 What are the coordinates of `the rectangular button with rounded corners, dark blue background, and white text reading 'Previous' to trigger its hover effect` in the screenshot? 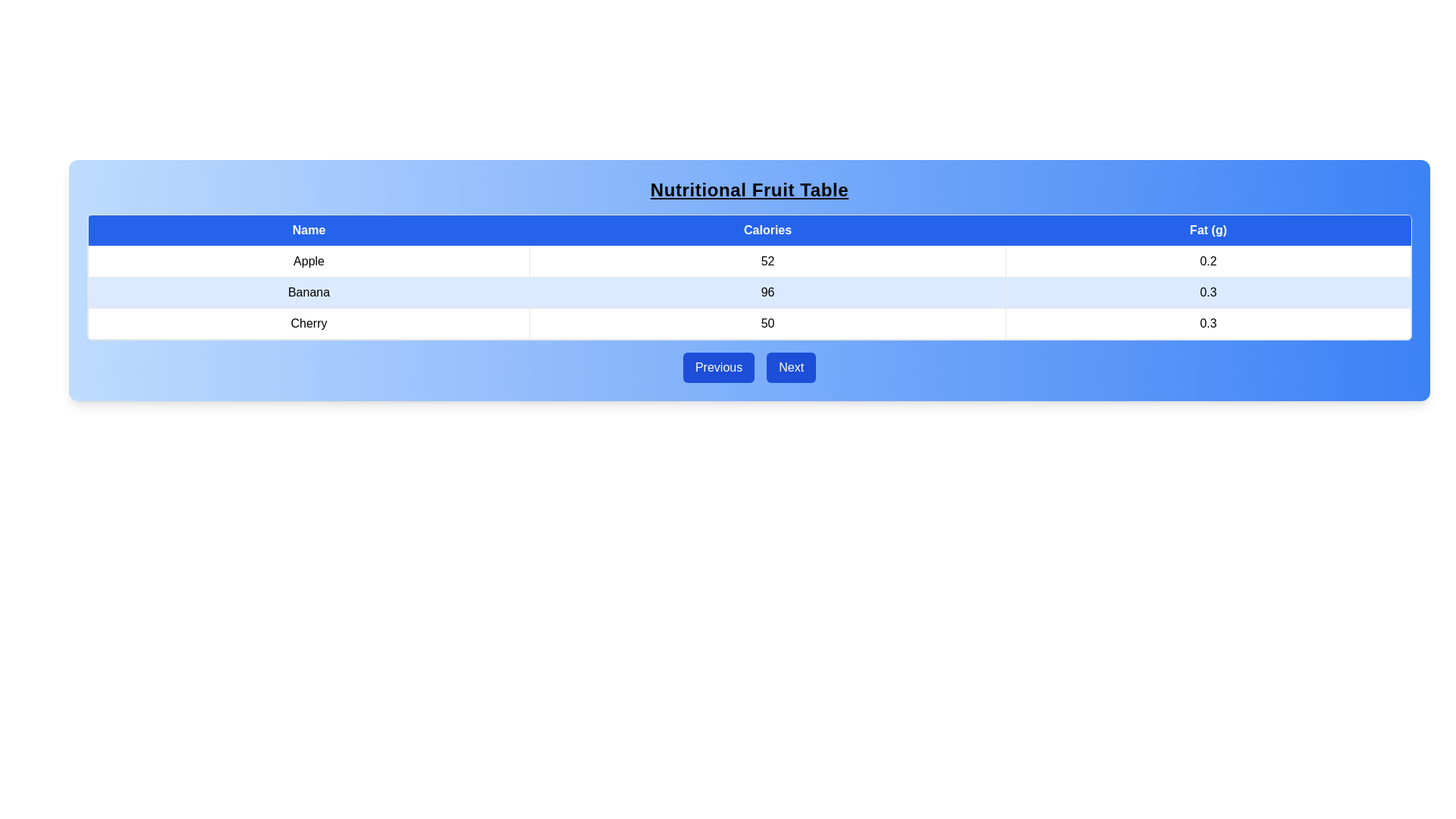 It's located at (718, 368).